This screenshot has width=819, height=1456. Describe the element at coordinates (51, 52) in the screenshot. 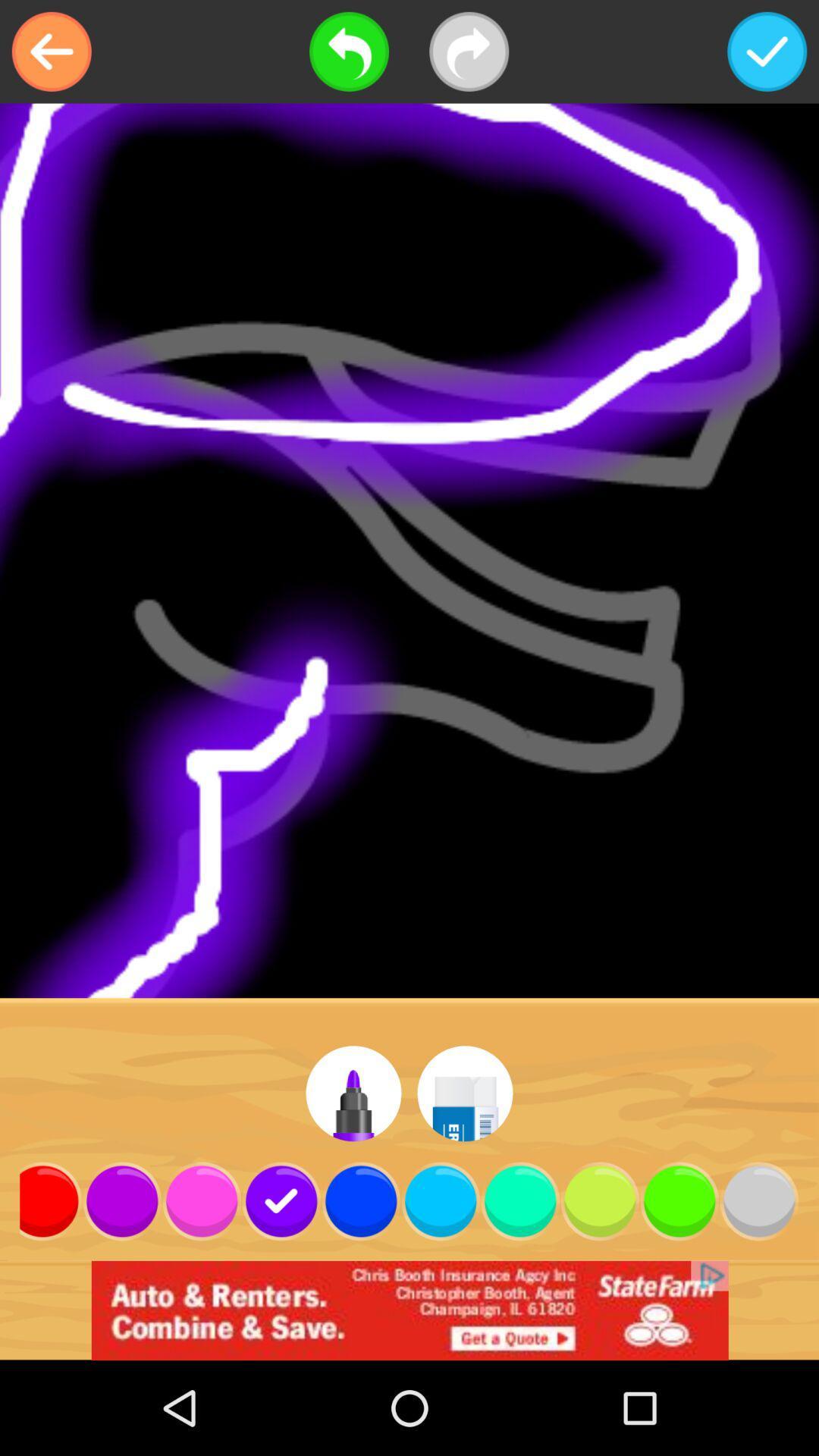

I see `the item at the top left corner` at that location.